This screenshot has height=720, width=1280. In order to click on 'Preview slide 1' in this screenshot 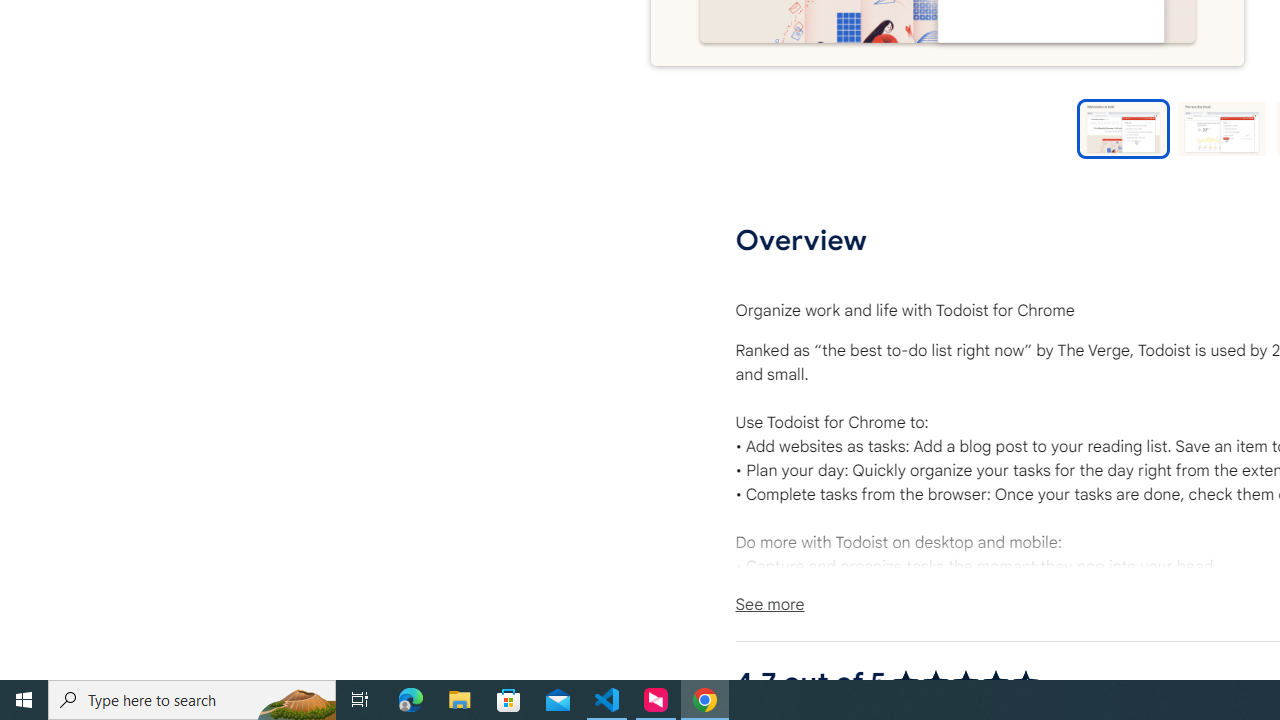, I will do `click(1123, 128)`.